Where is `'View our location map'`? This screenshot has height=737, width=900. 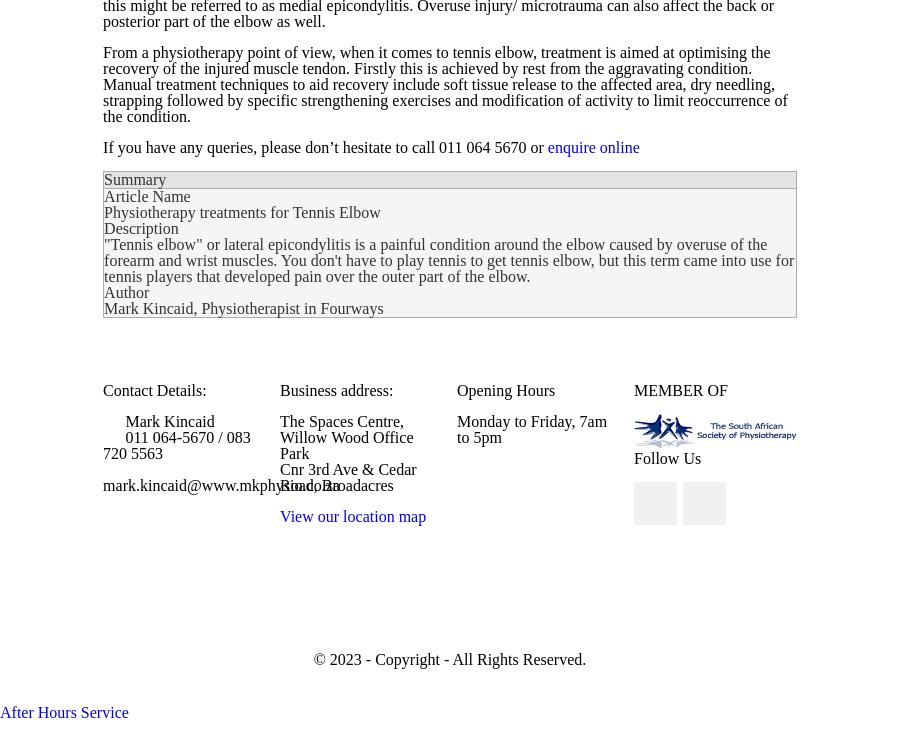
'View our location map' is located at coordinates (352, 515).